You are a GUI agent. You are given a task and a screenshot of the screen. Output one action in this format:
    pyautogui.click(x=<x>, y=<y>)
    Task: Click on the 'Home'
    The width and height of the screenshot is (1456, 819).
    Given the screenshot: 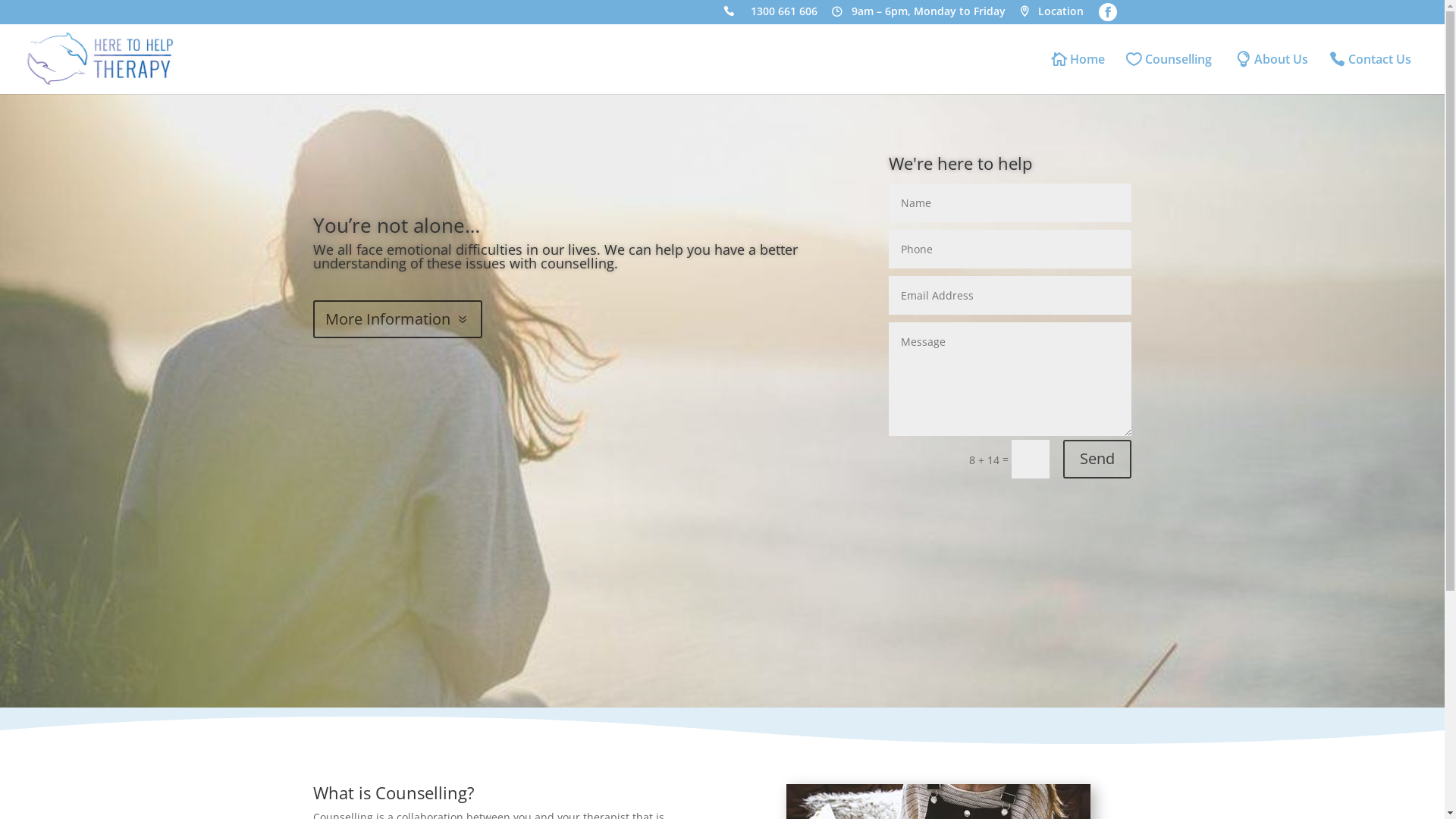 What is the action you would take?
    pyautogui.click(x=1078, y=73)
    